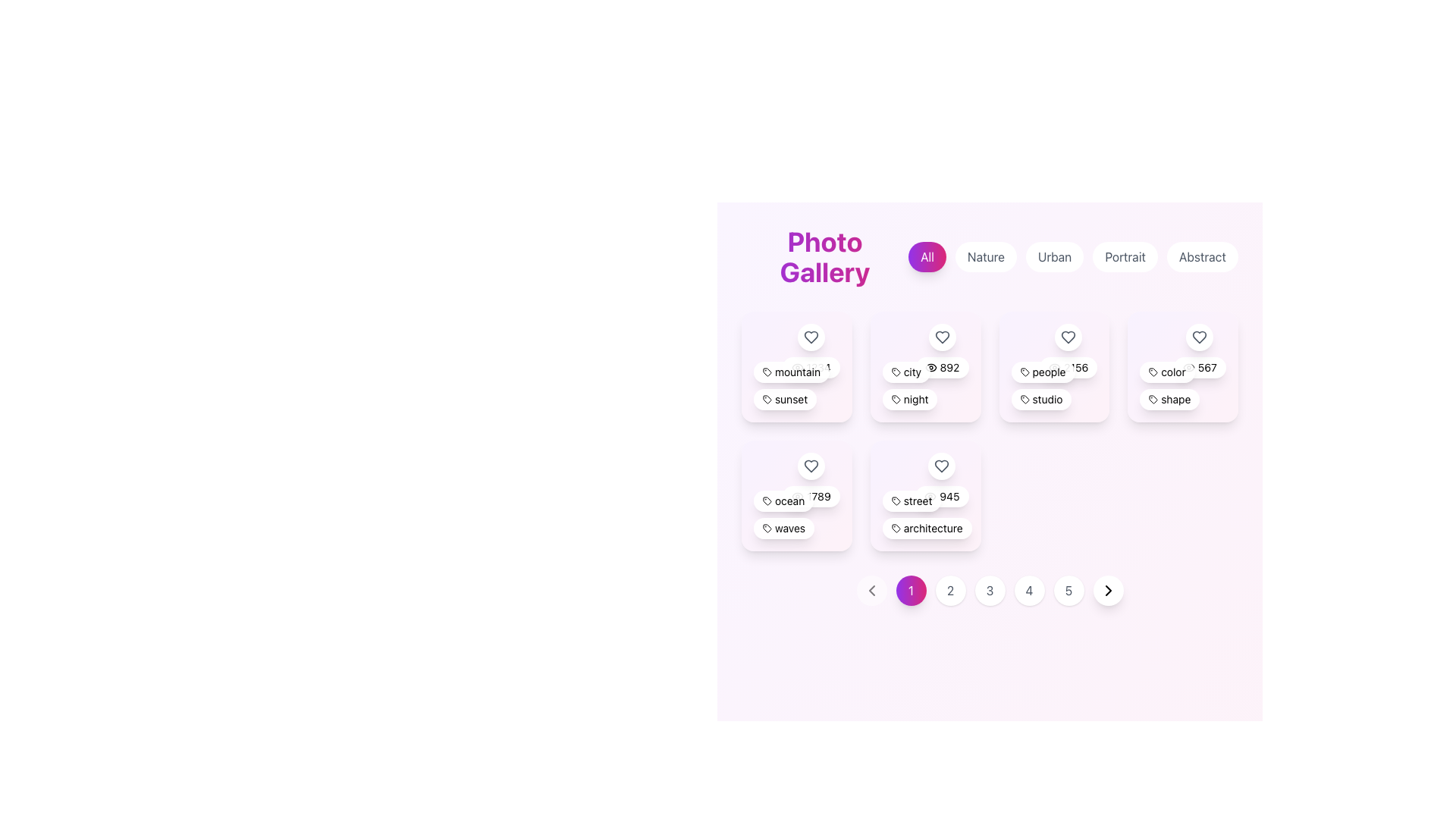  Describe the element at coordinates (811, 465) in the screenshot. I see `the heart-shaped icon styled as an empty outline, representing a favorite or like feature, located at the top-right corner of the box containing the text 'ocean' and 'waves'` at that location.